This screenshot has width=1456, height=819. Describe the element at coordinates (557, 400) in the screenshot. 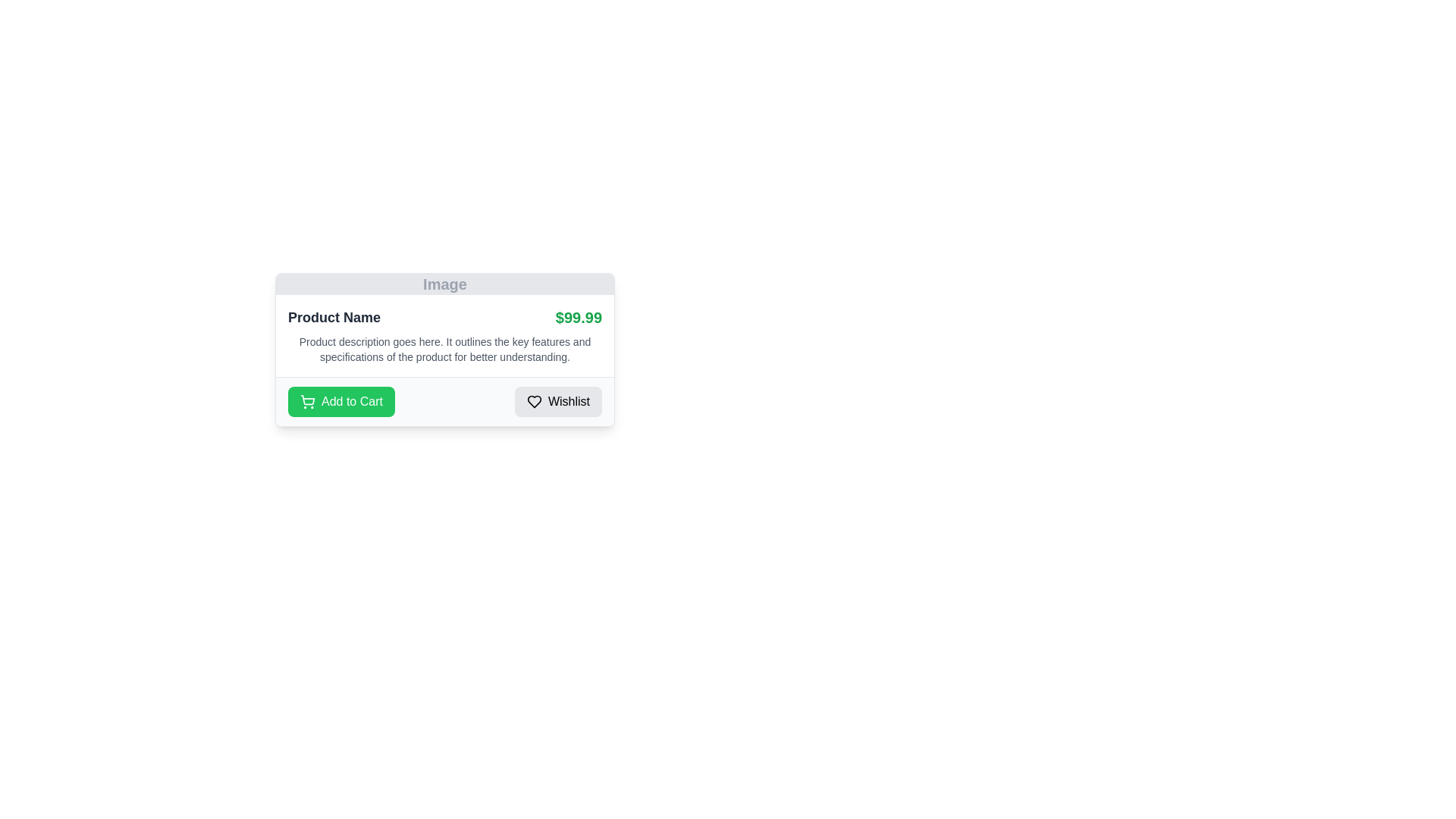

I see `the 'Wishlist' button, which is a rectangular button with a light gray background, rounded corners, a heart icon on the left, and labeled 'Wishlist' on the right` at that location.